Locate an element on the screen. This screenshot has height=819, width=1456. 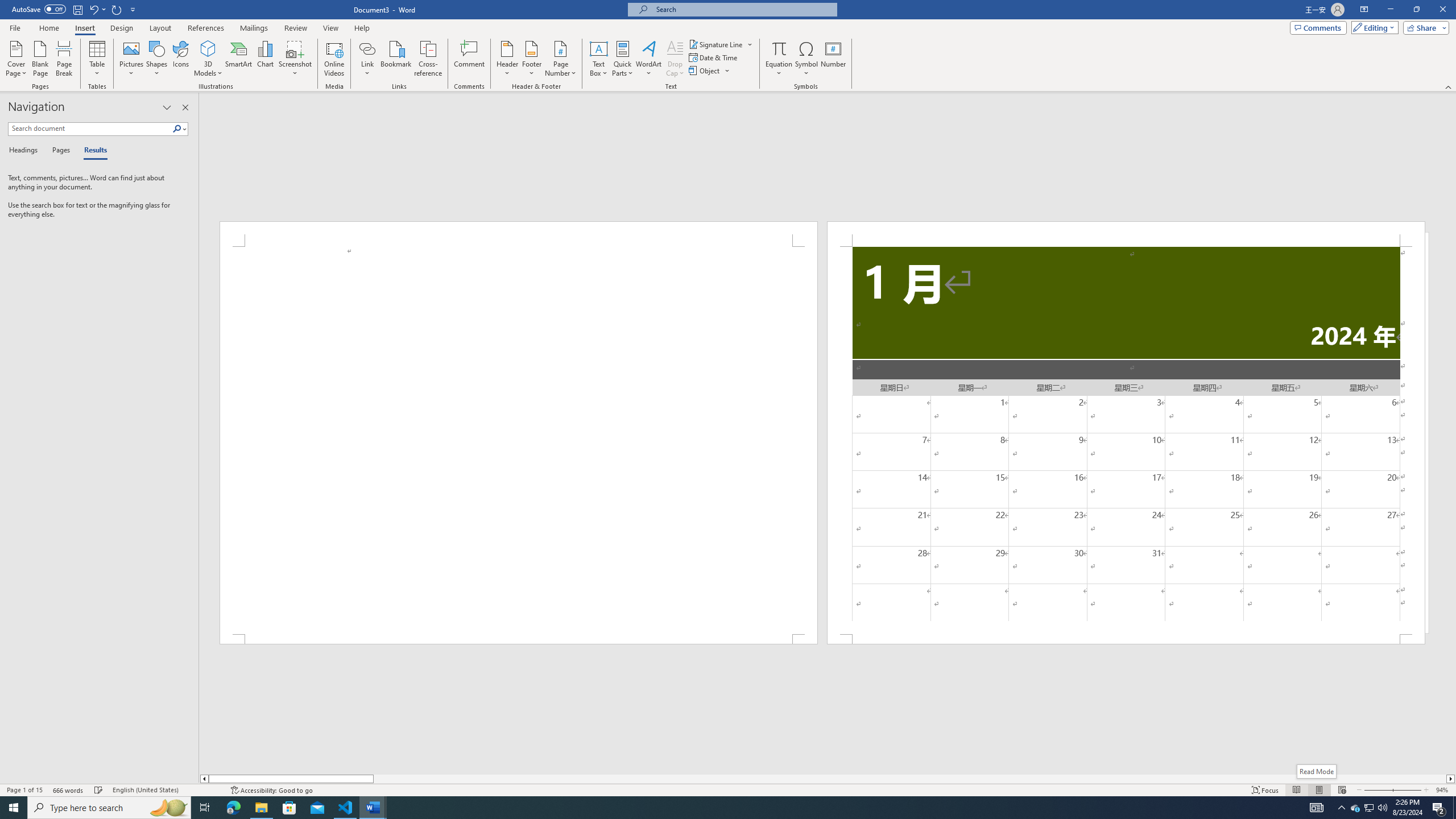
'Search' is located at coordinates (179, 128).